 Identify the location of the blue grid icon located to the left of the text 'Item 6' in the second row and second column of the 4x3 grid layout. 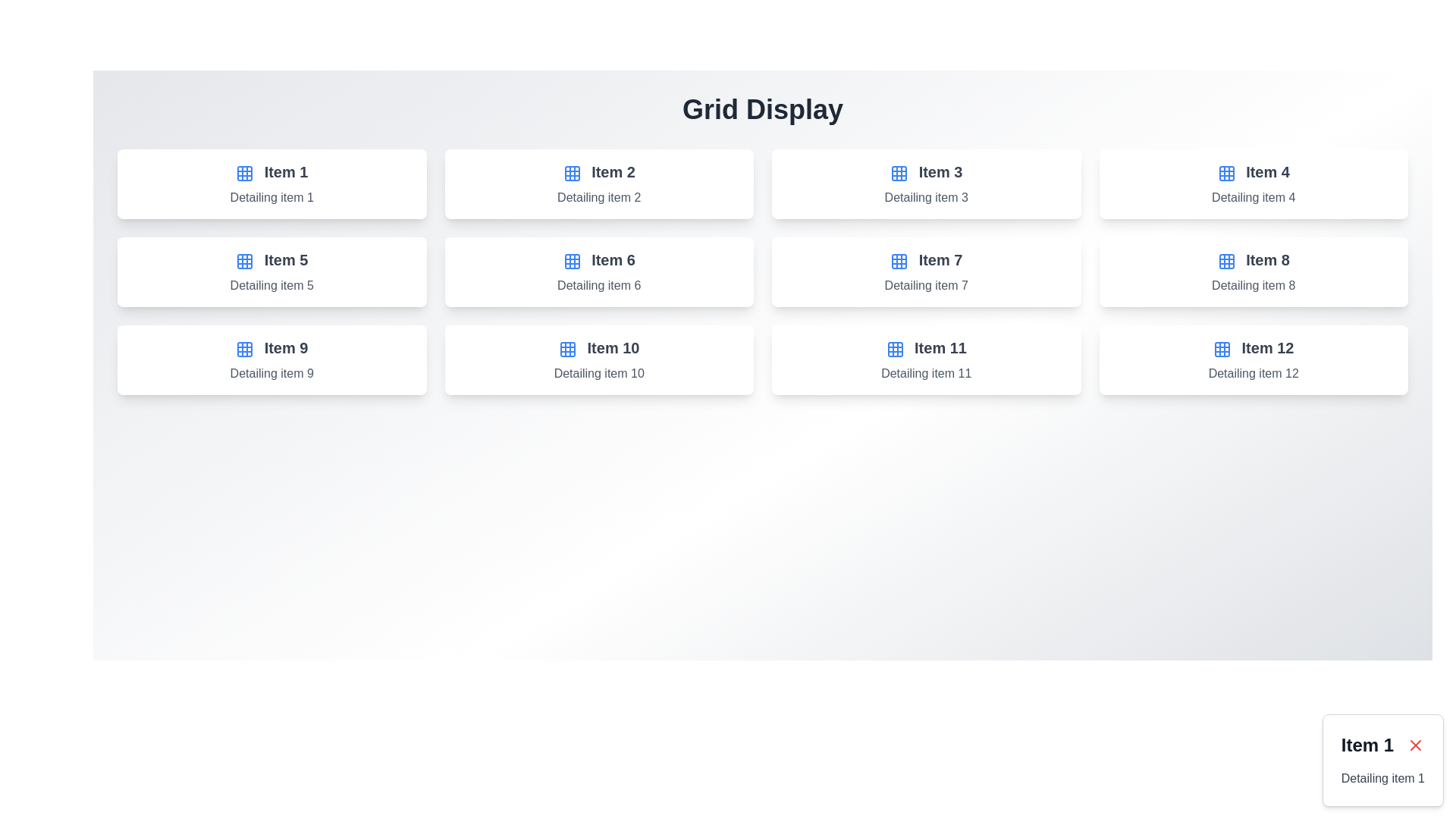
(571, 260).